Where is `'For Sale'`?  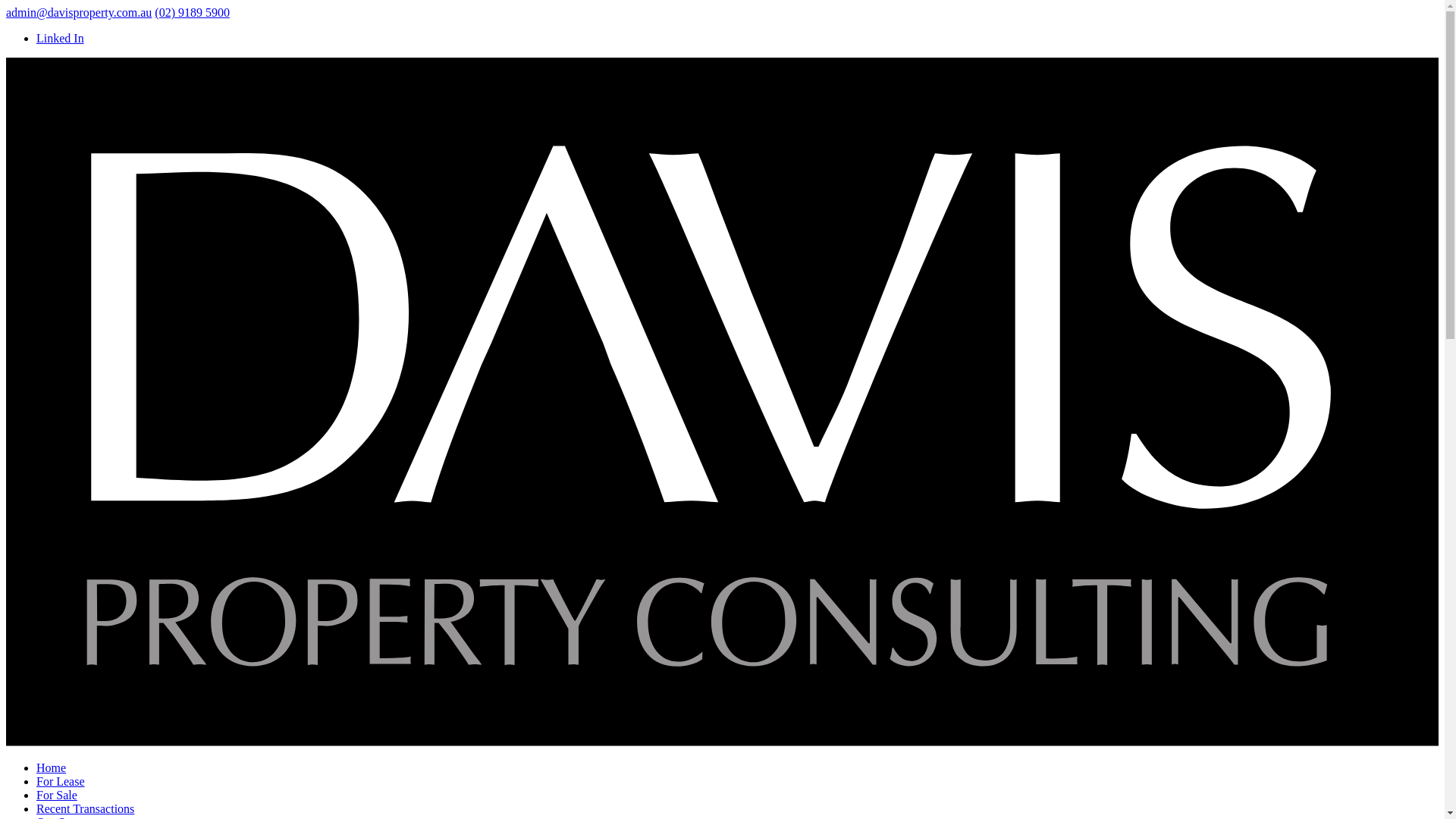 'For Sale' is located at coordinates (57, 794).